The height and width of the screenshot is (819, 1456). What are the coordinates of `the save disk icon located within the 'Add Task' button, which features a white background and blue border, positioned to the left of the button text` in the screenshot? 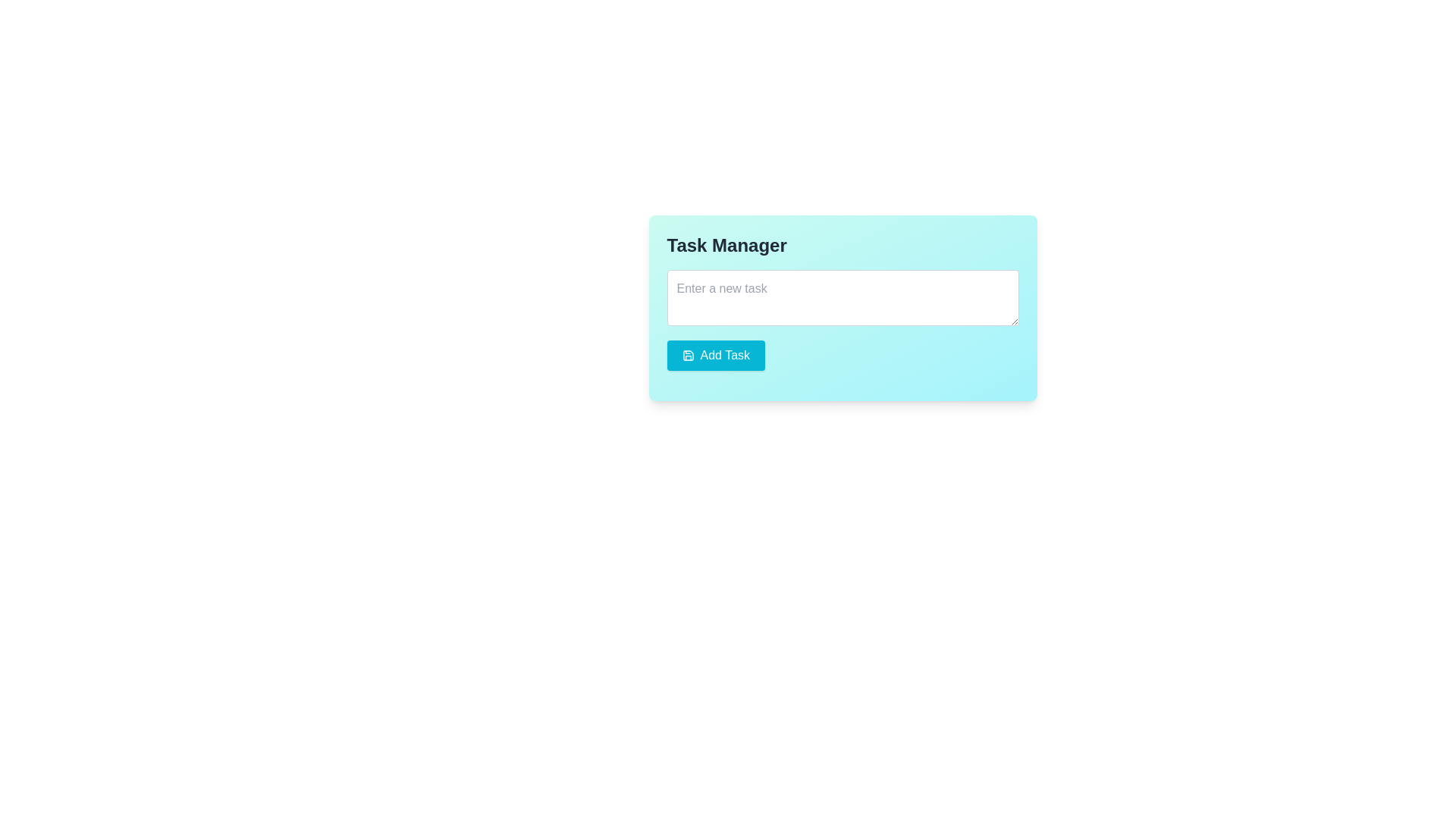 It's located at (687, 356).